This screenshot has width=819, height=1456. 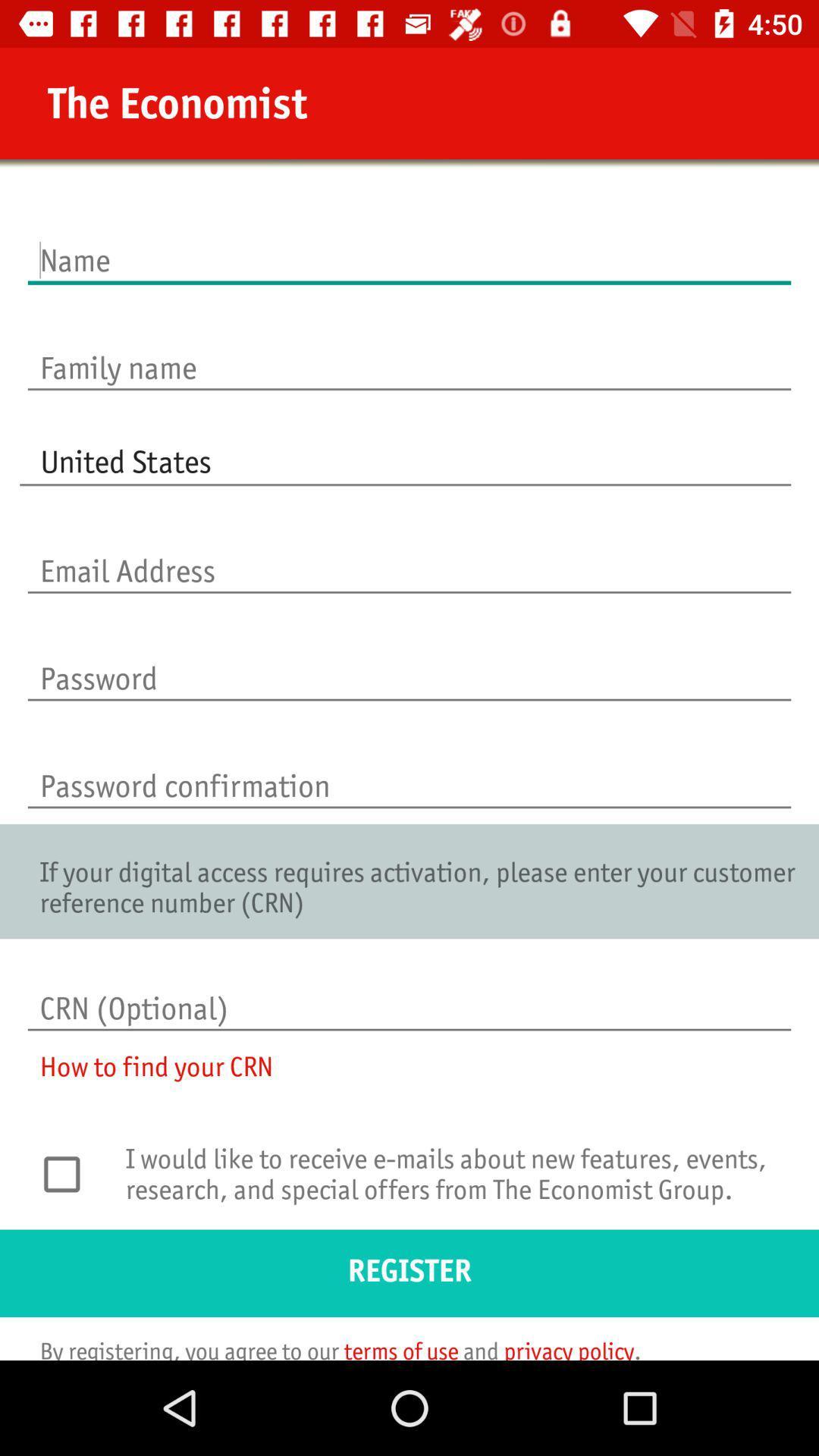 What do you see at coordinates (409, 244) in the screenshot?
I see `user 's first name` at bounding box center [409, 244].